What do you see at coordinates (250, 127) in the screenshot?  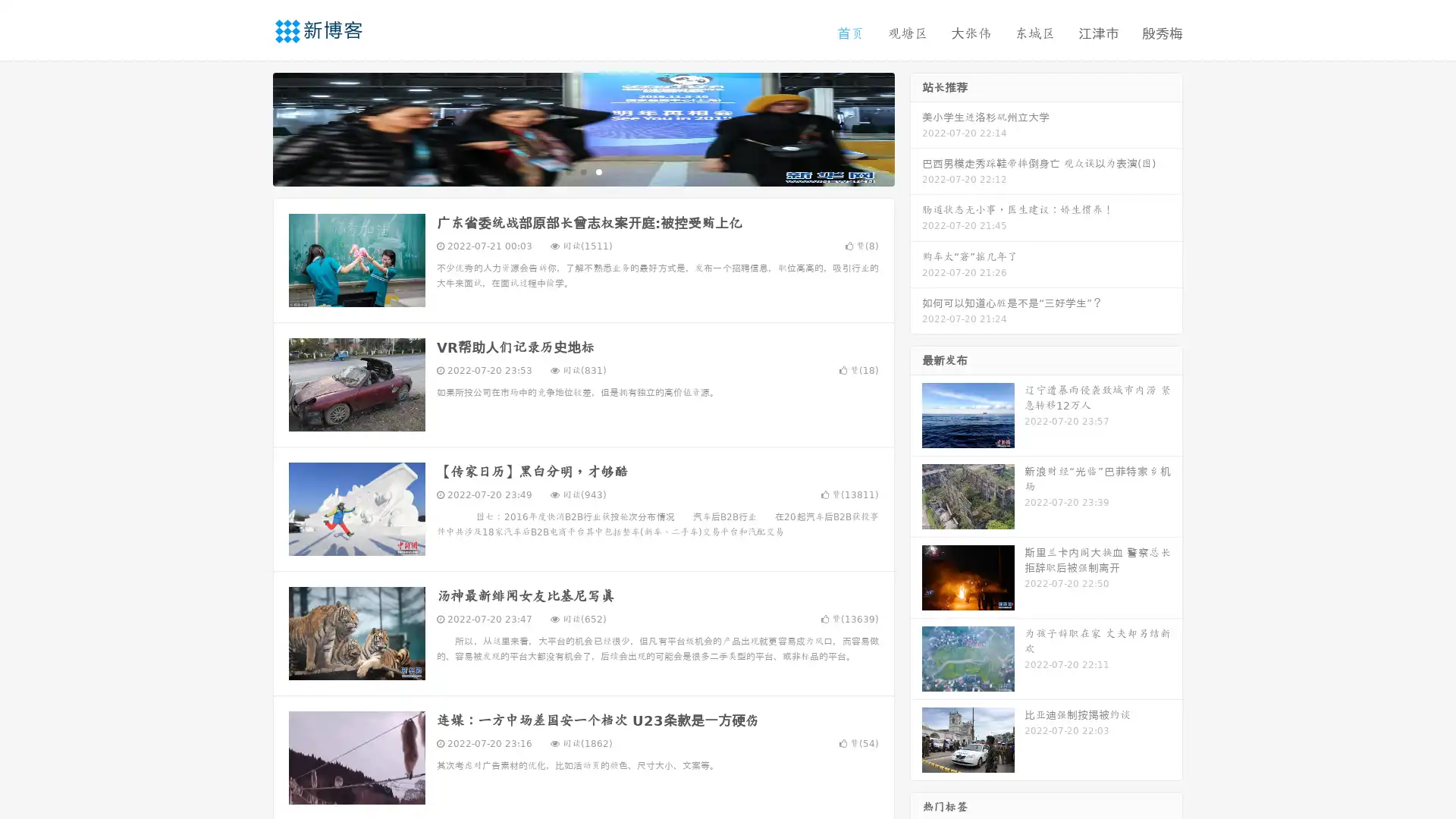 I see `Previous slide` at bounding box center [250, 127].